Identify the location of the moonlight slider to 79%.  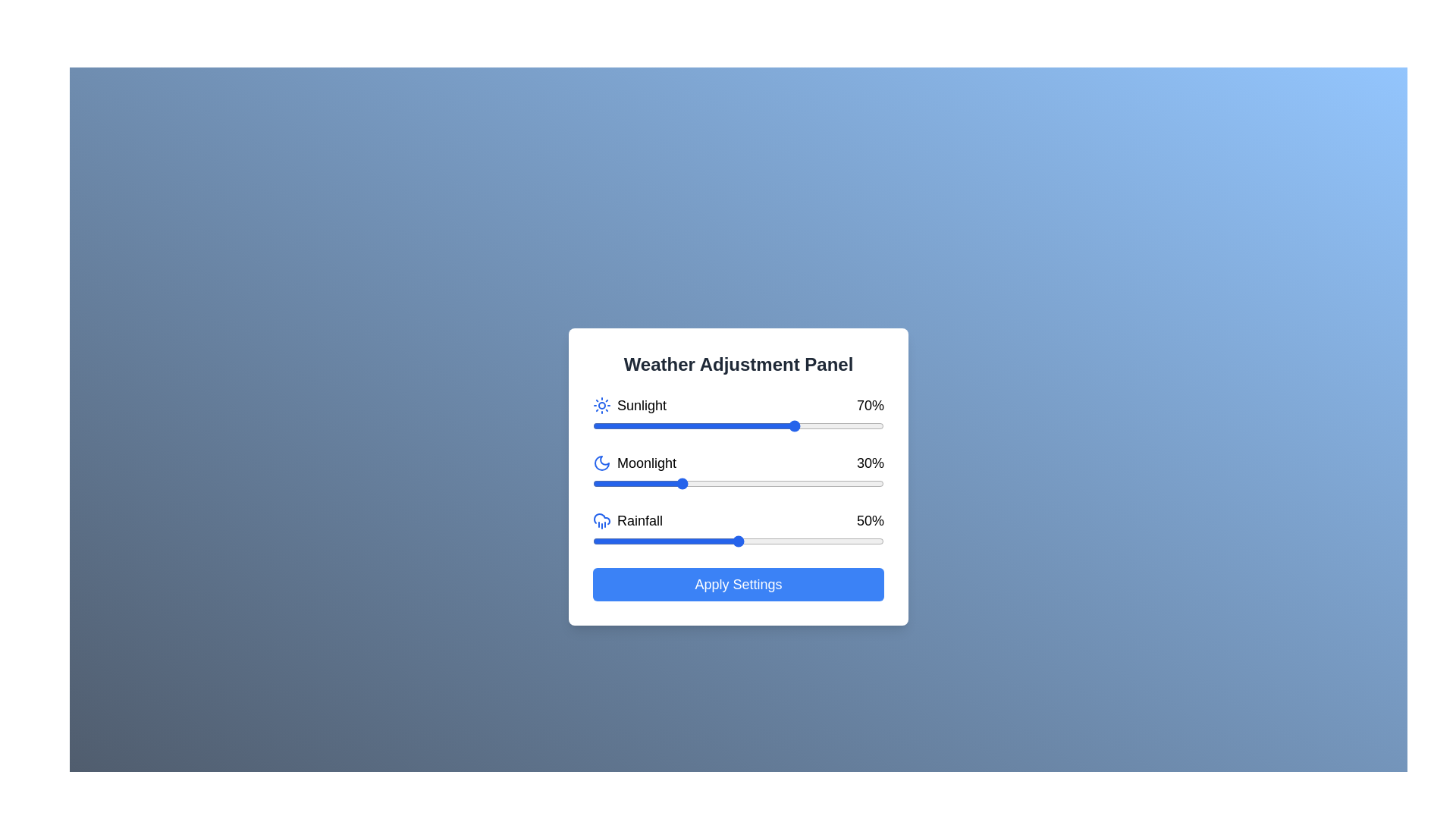
(822, 483).